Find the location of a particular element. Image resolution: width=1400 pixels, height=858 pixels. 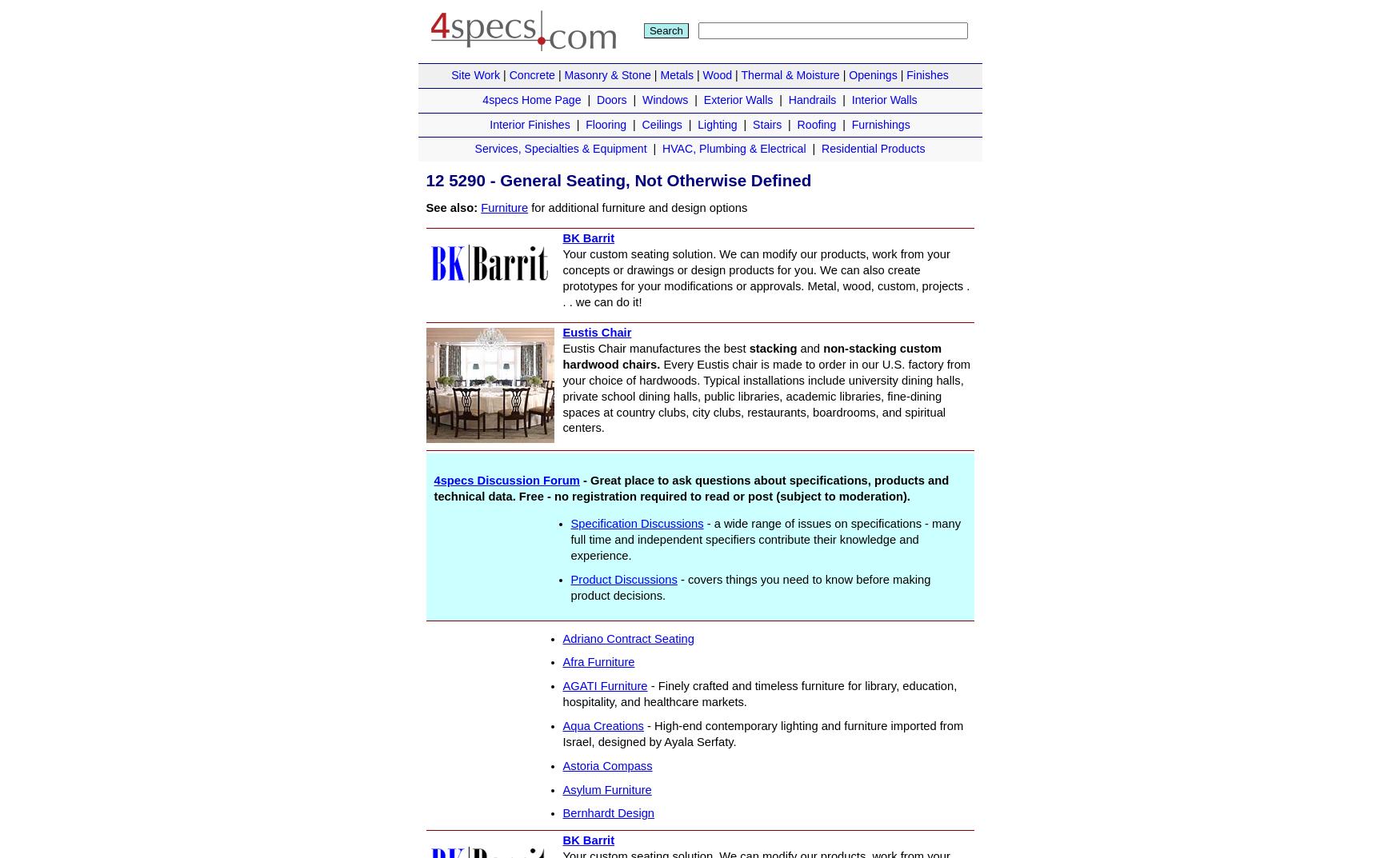

'Site Work' is located at coordinates (475, 74).